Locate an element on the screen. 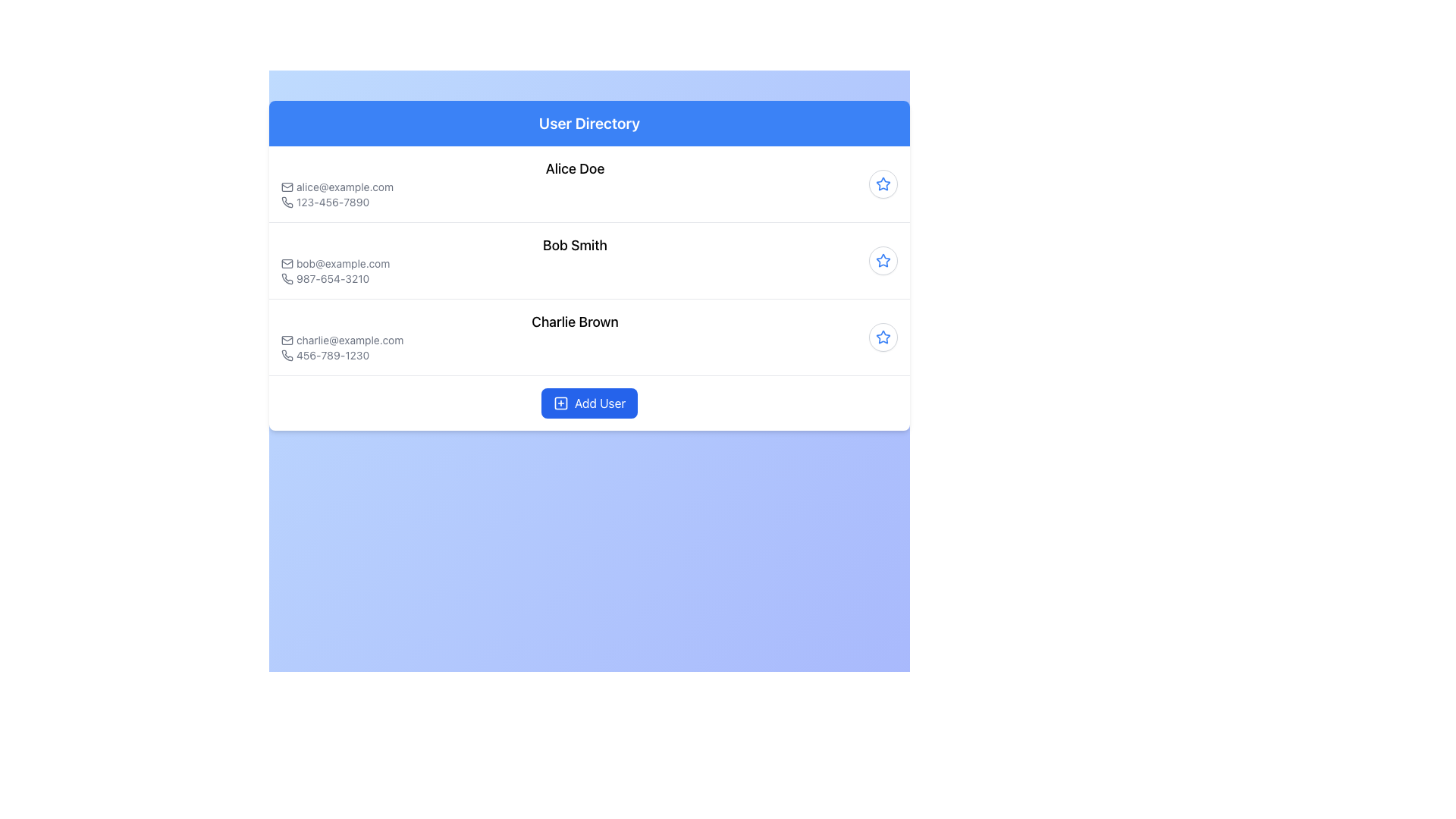 This screenshot has width=1456, height=819. the blue square icon with a plus symbol inside it, which is part of the 'Add User' button located at the bottom center of the interface is located at coordinates (560, 403).